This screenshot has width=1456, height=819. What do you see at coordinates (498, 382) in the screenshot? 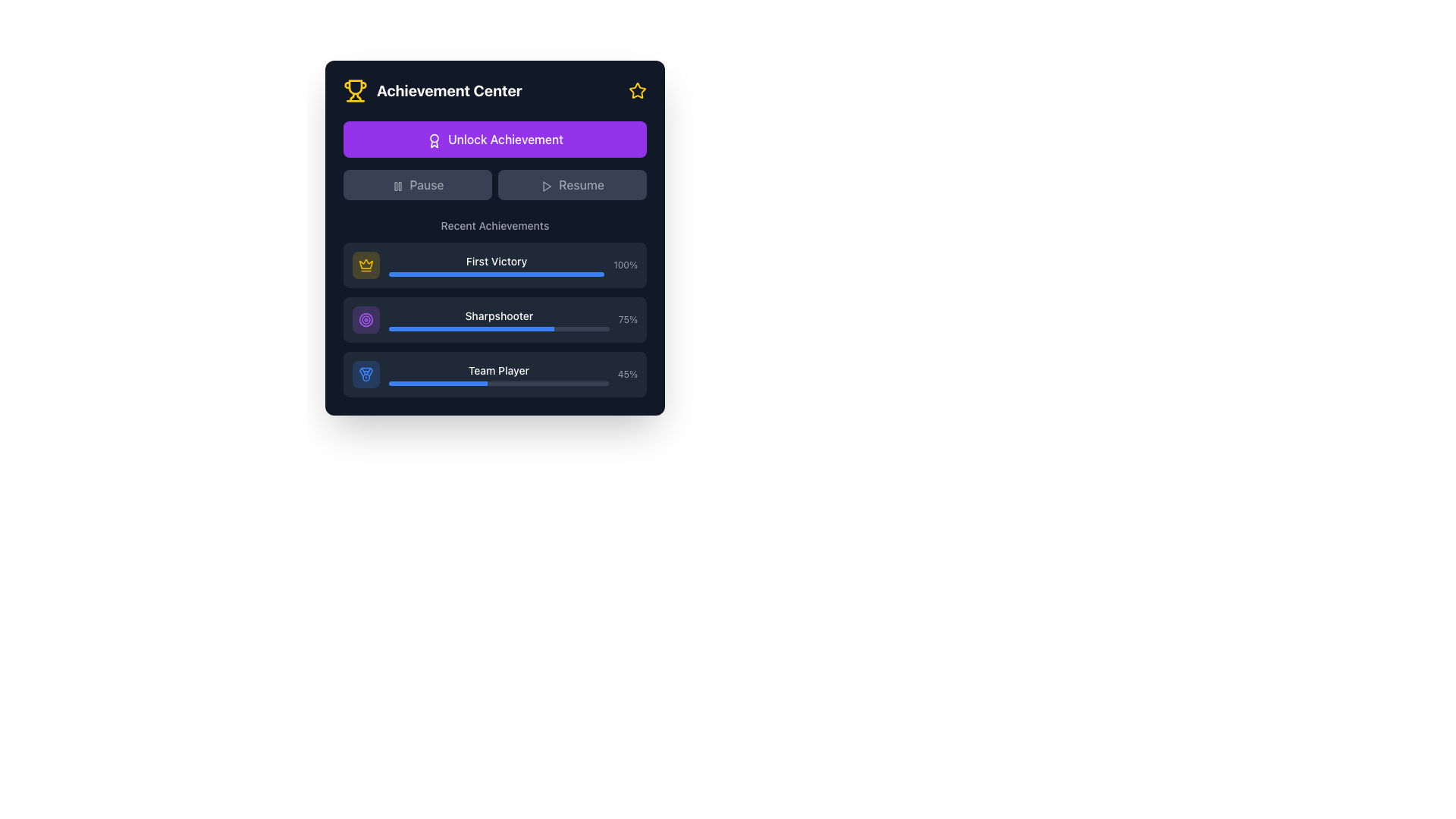
I see `the progress value visually by focusing on the blue filling of the progress bar for the 'Team Player' achievement, located at the bottom of the achievements section` at bounding box center [498, 382].